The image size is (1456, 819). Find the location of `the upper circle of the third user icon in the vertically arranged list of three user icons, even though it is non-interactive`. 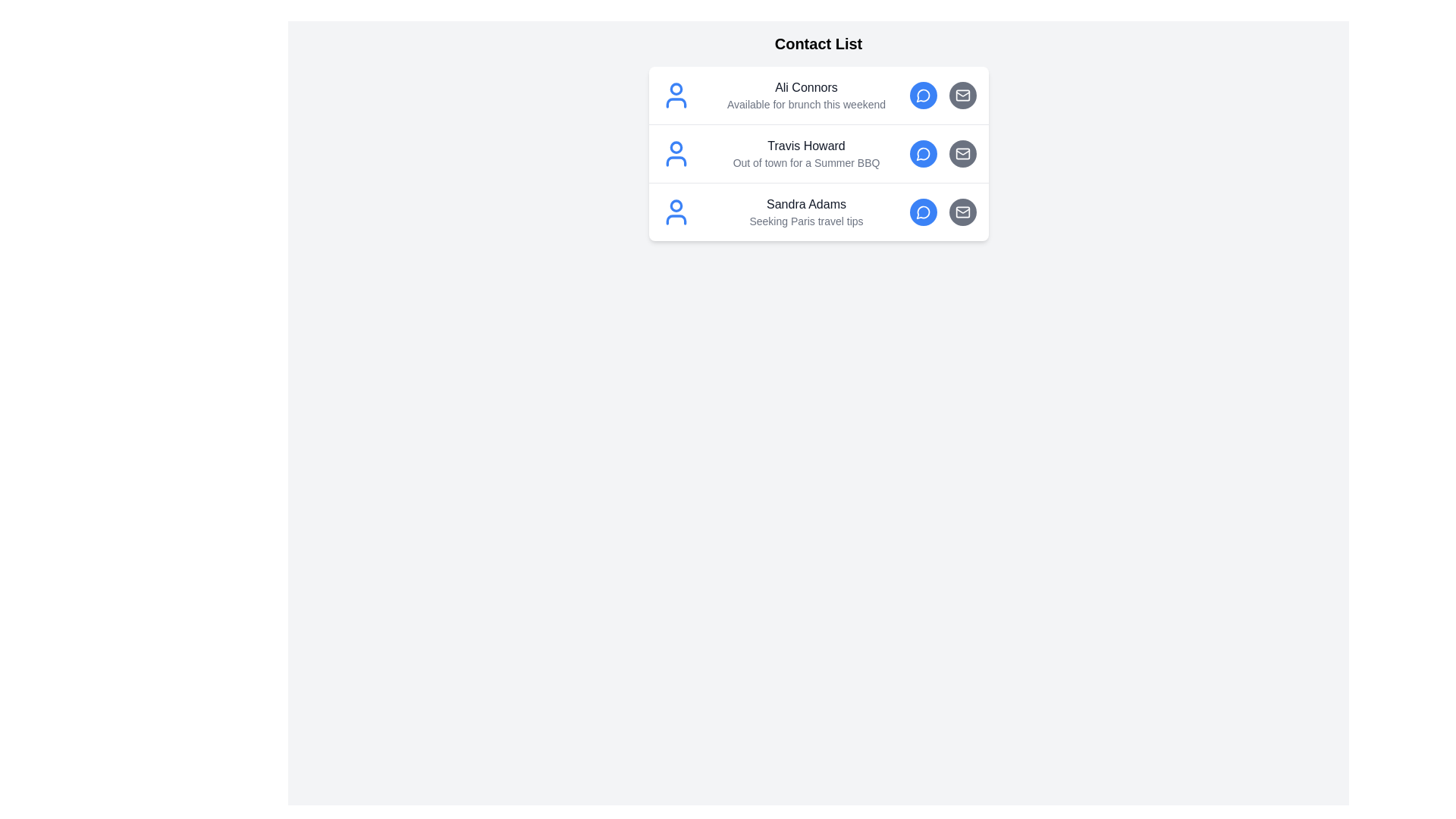

the upper circle of the third user icon in the vertically arranged list of three user icons, even though it is non-interactive is located at coordinates (675, 206).